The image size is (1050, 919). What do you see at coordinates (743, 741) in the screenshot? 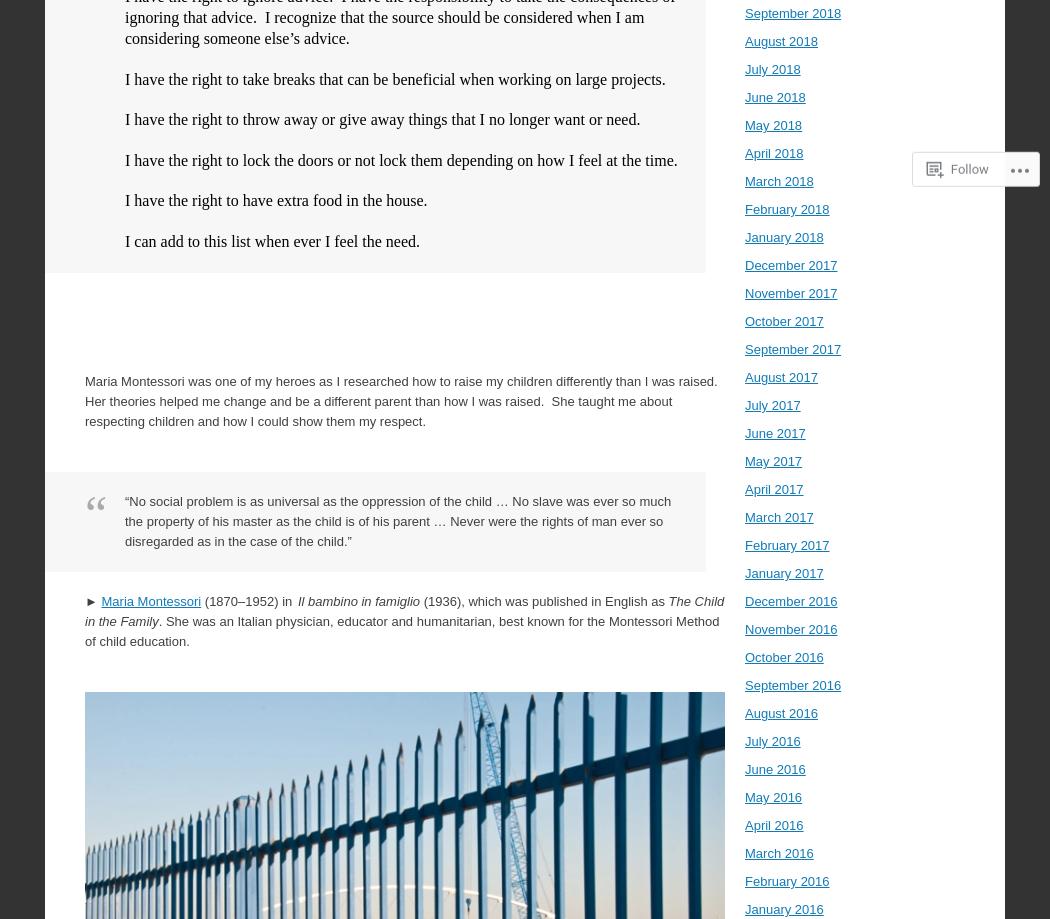
I see `'July 2016'` at bounding box center [743, 741].